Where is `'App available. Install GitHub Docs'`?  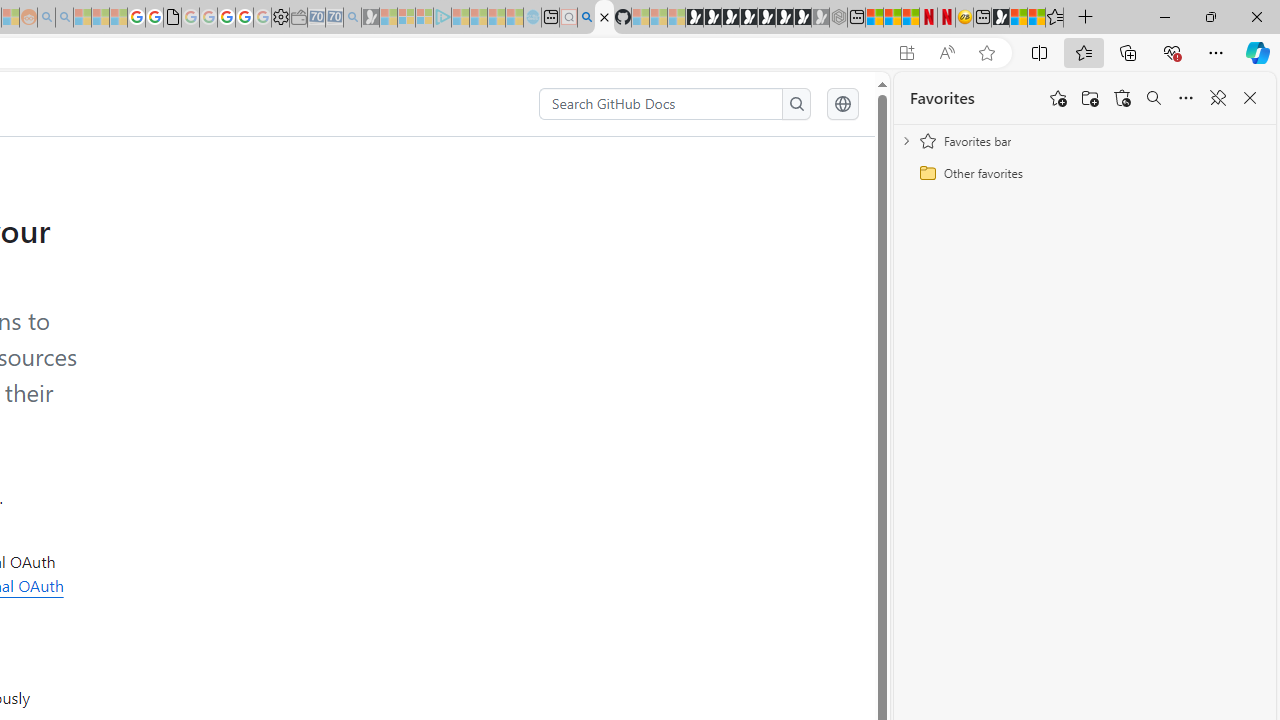
'App available. Install GitHub Docs' is located at coordinates (905, 52).